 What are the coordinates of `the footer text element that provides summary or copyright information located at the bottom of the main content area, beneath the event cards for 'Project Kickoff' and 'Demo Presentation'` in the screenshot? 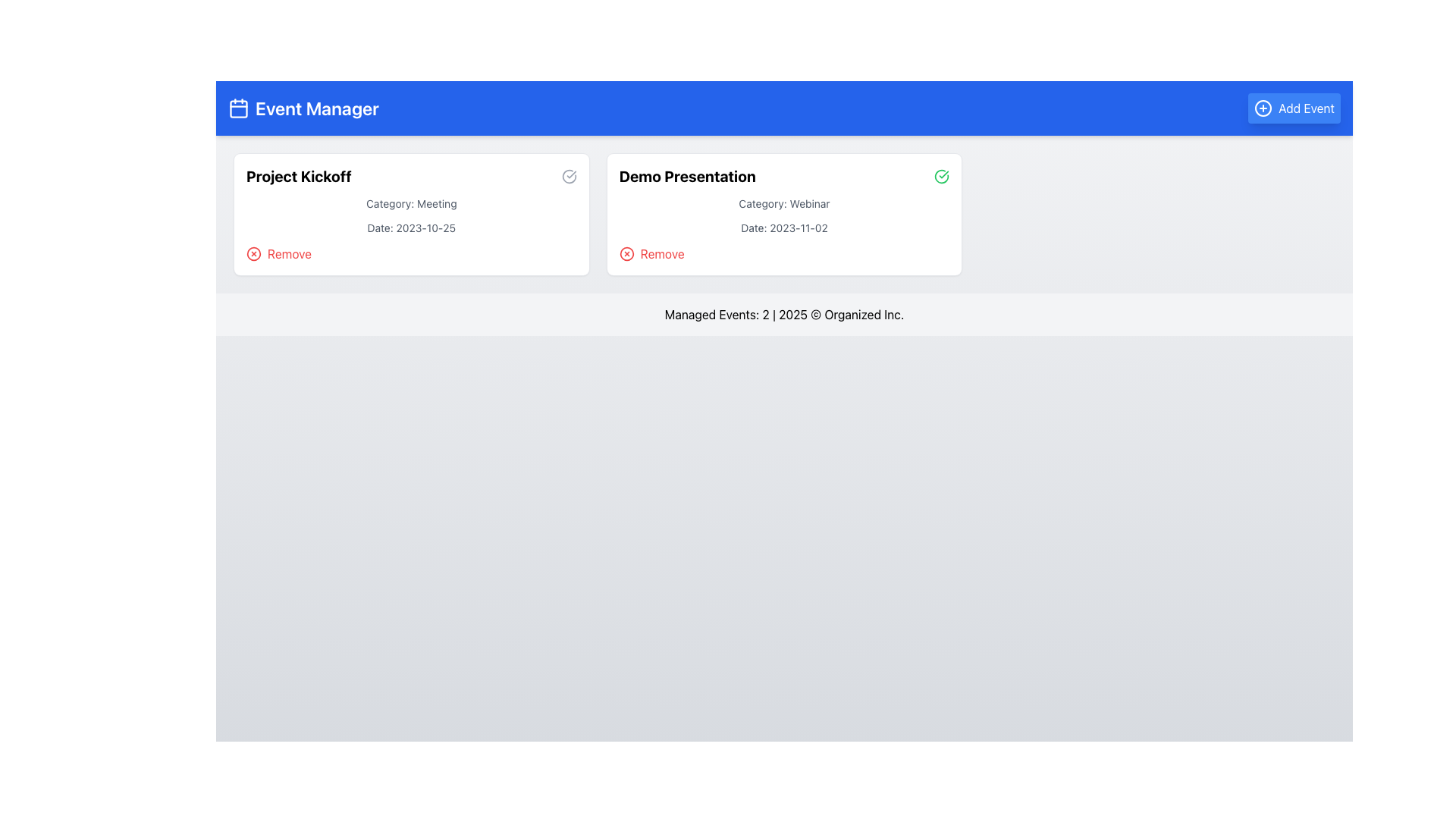 It's located at (784, 314).